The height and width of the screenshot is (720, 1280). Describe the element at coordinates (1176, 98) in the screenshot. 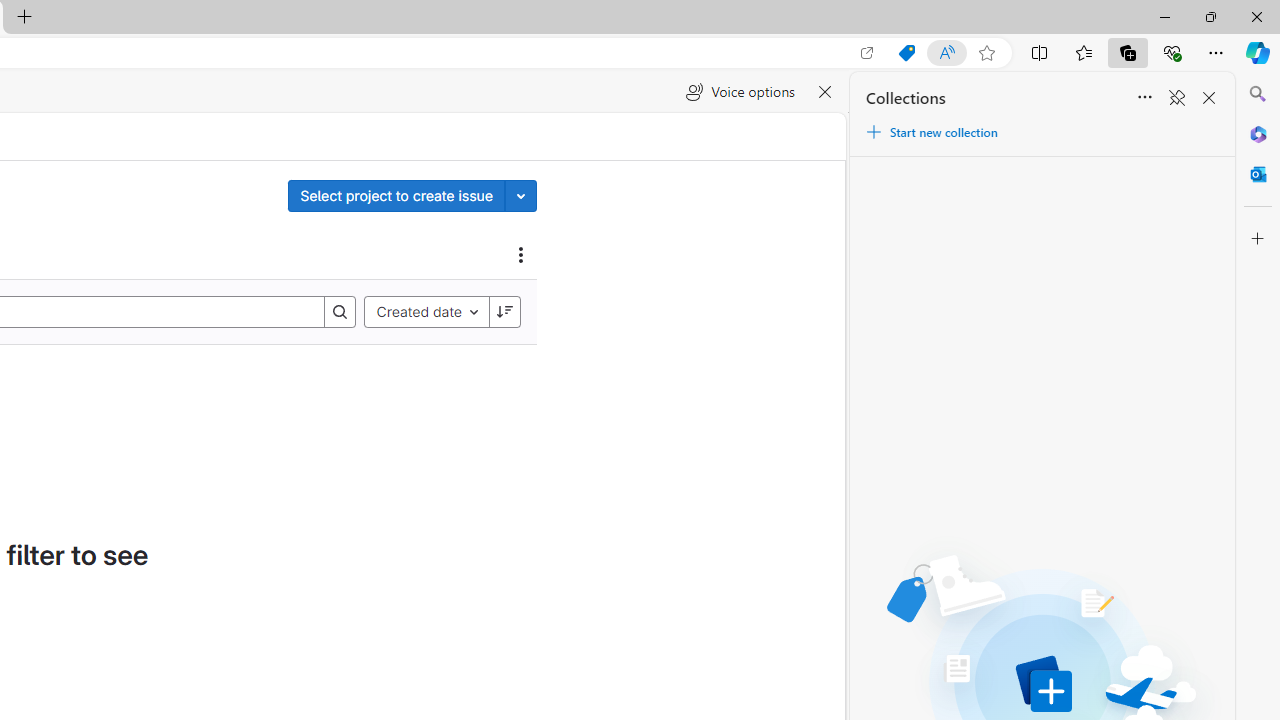

I see `'Unpin Collections'` at that location.